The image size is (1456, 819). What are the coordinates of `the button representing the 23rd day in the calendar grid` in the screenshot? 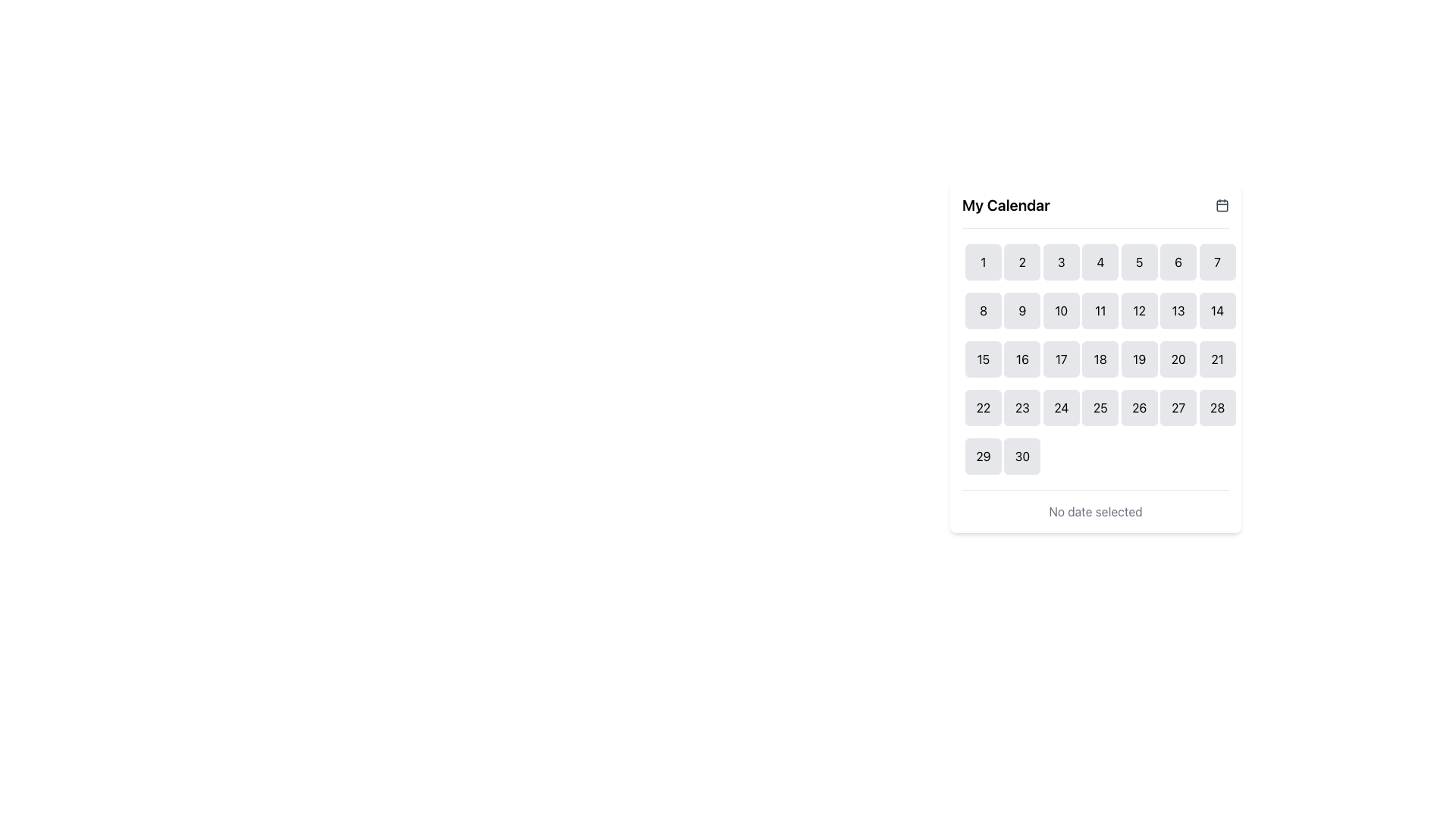 It's located at (1022, 406).